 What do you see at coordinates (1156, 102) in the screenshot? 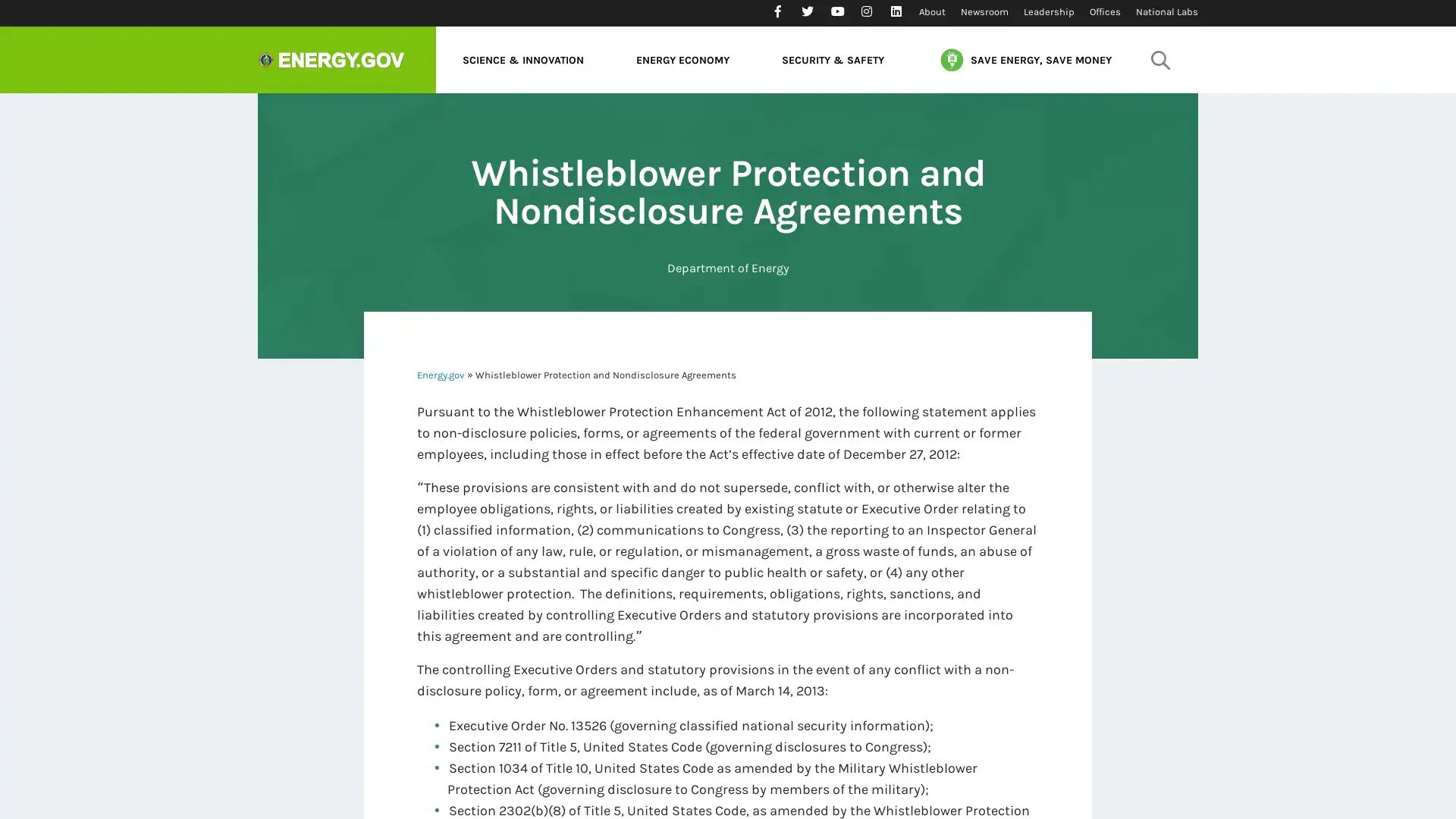
I see `SEARCH` at bounding box center [1156, 102].